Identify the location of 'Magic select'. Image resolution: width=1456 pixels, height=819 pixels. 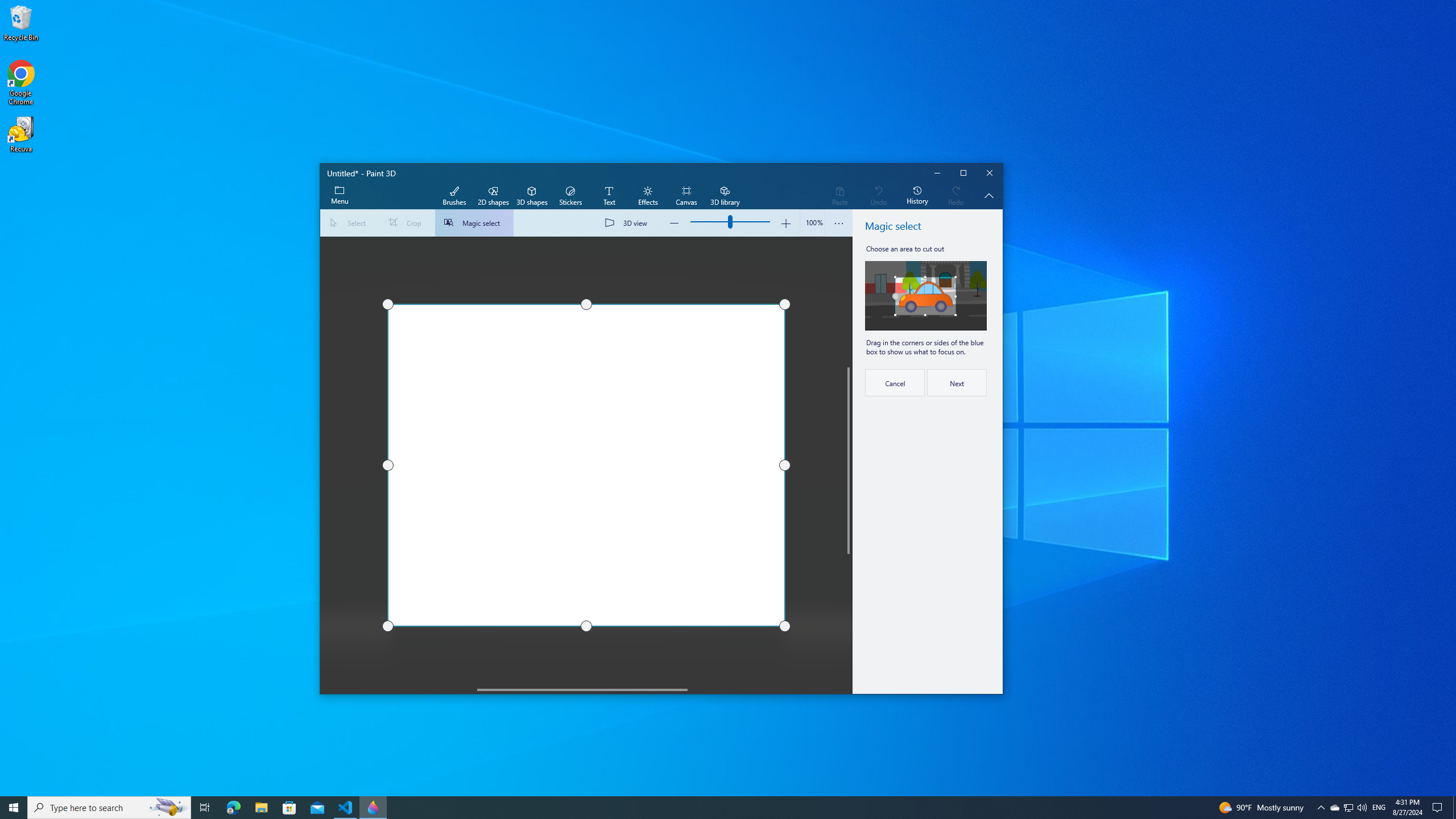
(474, 222).